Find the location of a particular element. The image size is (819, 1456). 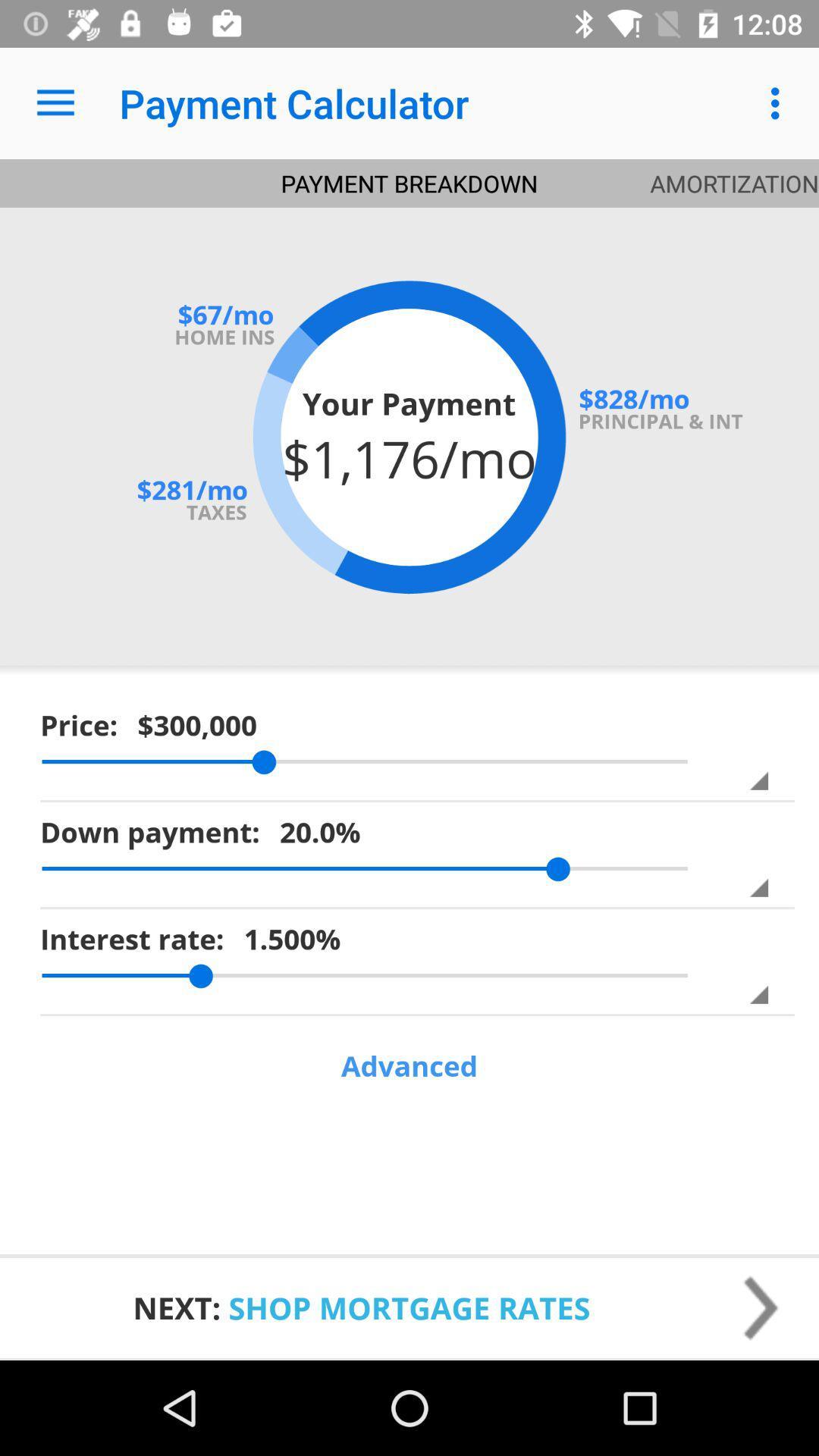

the app next to the payment calculator icon is located at coordinates (55, 102).